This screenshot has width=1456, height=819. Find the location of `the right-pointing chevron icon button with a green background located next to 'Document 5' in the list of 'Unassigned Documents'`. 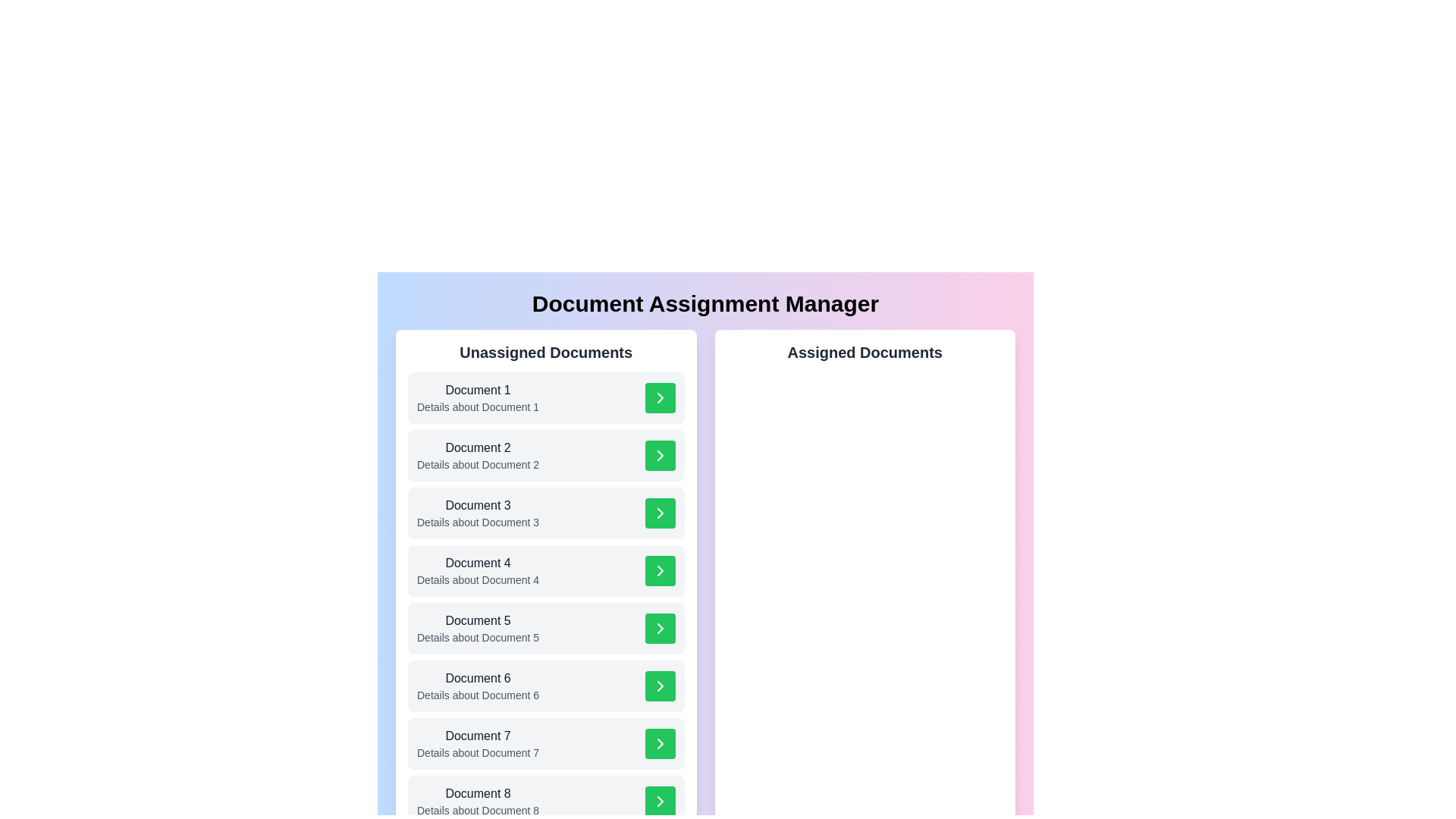

the right-pointing chevron icon button with a green background located next to 'Document 5' in the list of 'Unassigned Documents' is located at coordinates (660, 629).